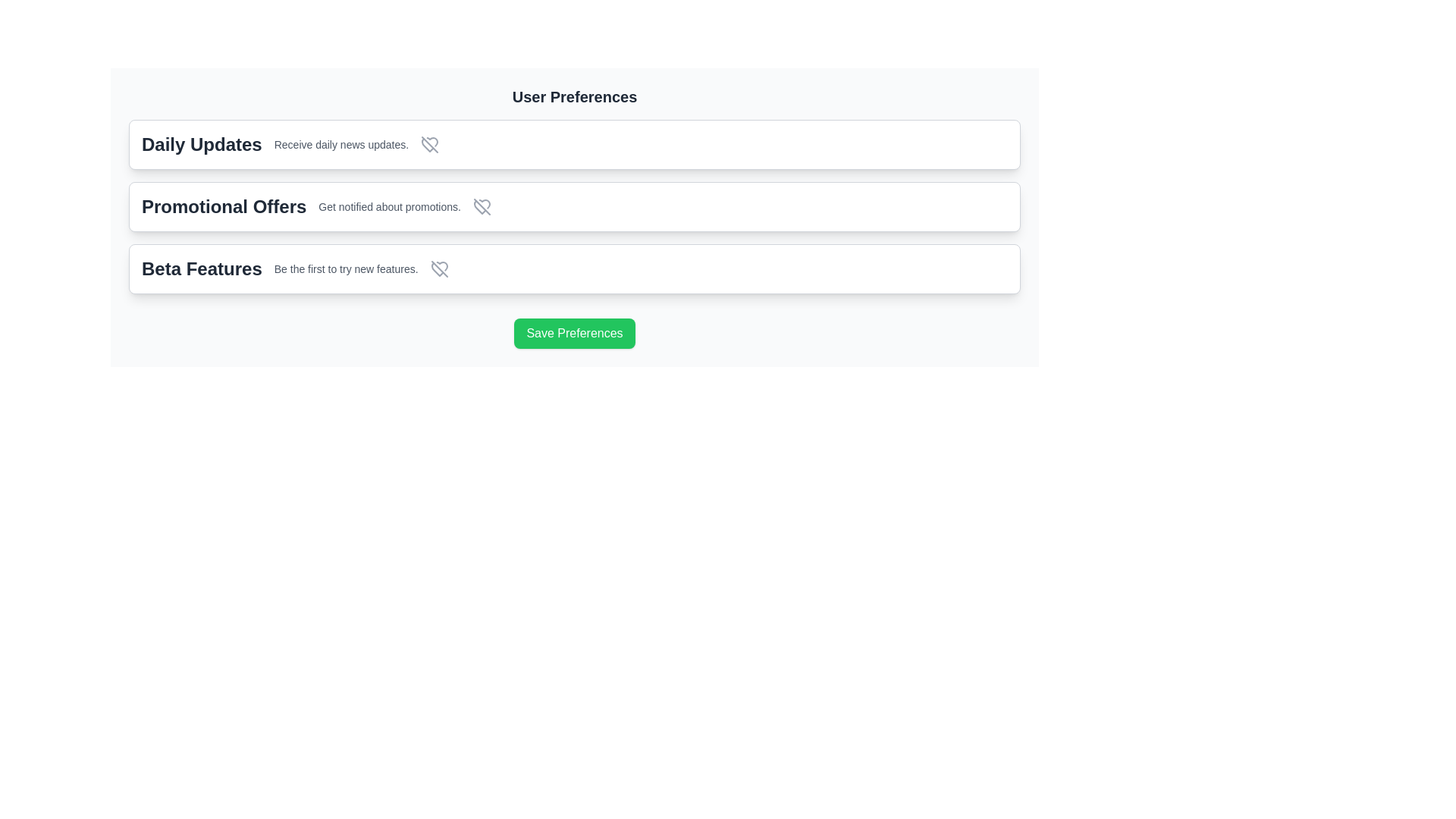 This screenshot has height=819, width=1456. I want to click on the static text element that reads 'Receive daily news updates.' positioned below the 'Daily Updates' header, so click(340, 145).